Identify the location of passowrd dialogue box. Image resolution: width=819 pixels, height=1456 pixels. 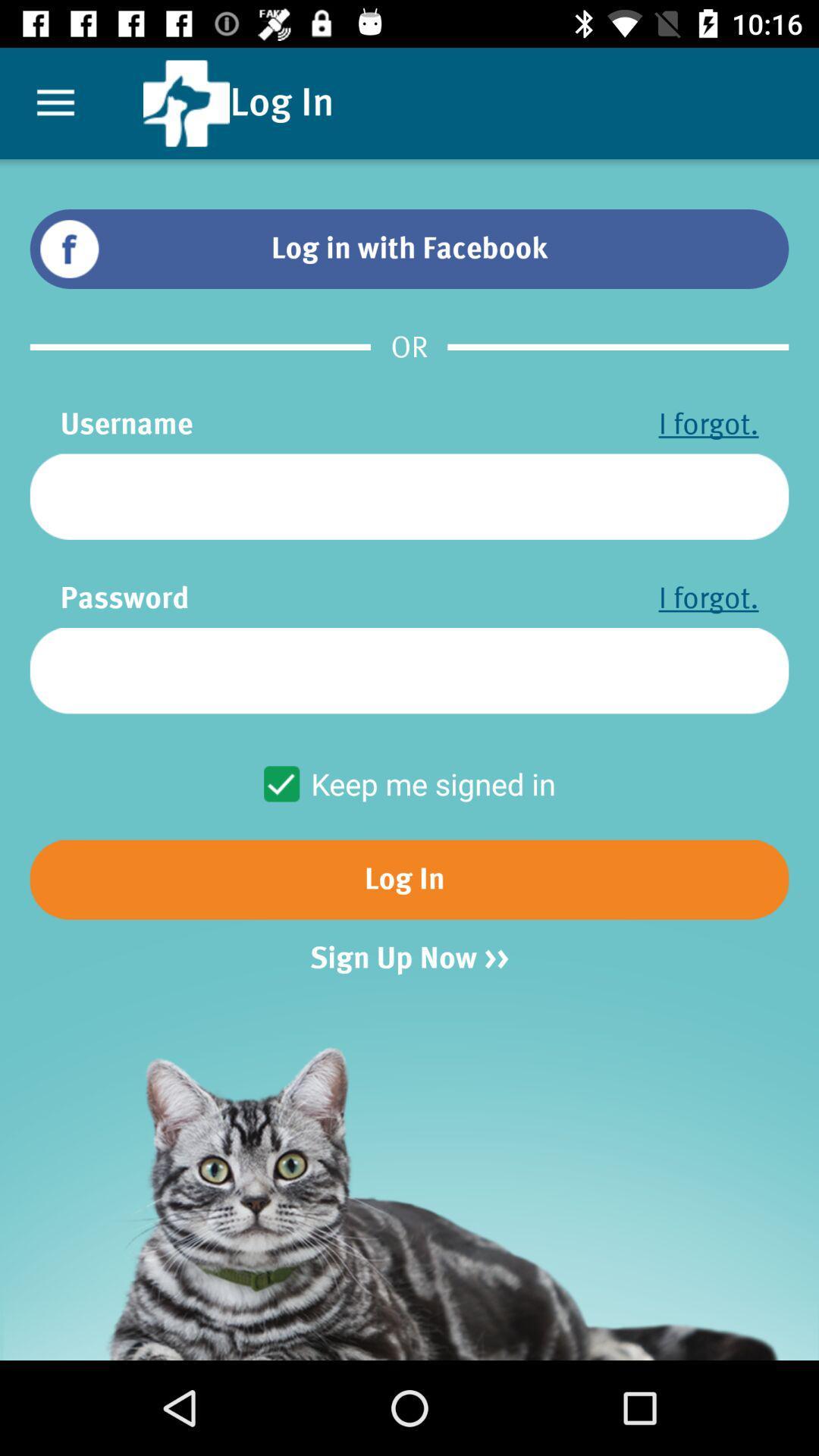
(409, 670).